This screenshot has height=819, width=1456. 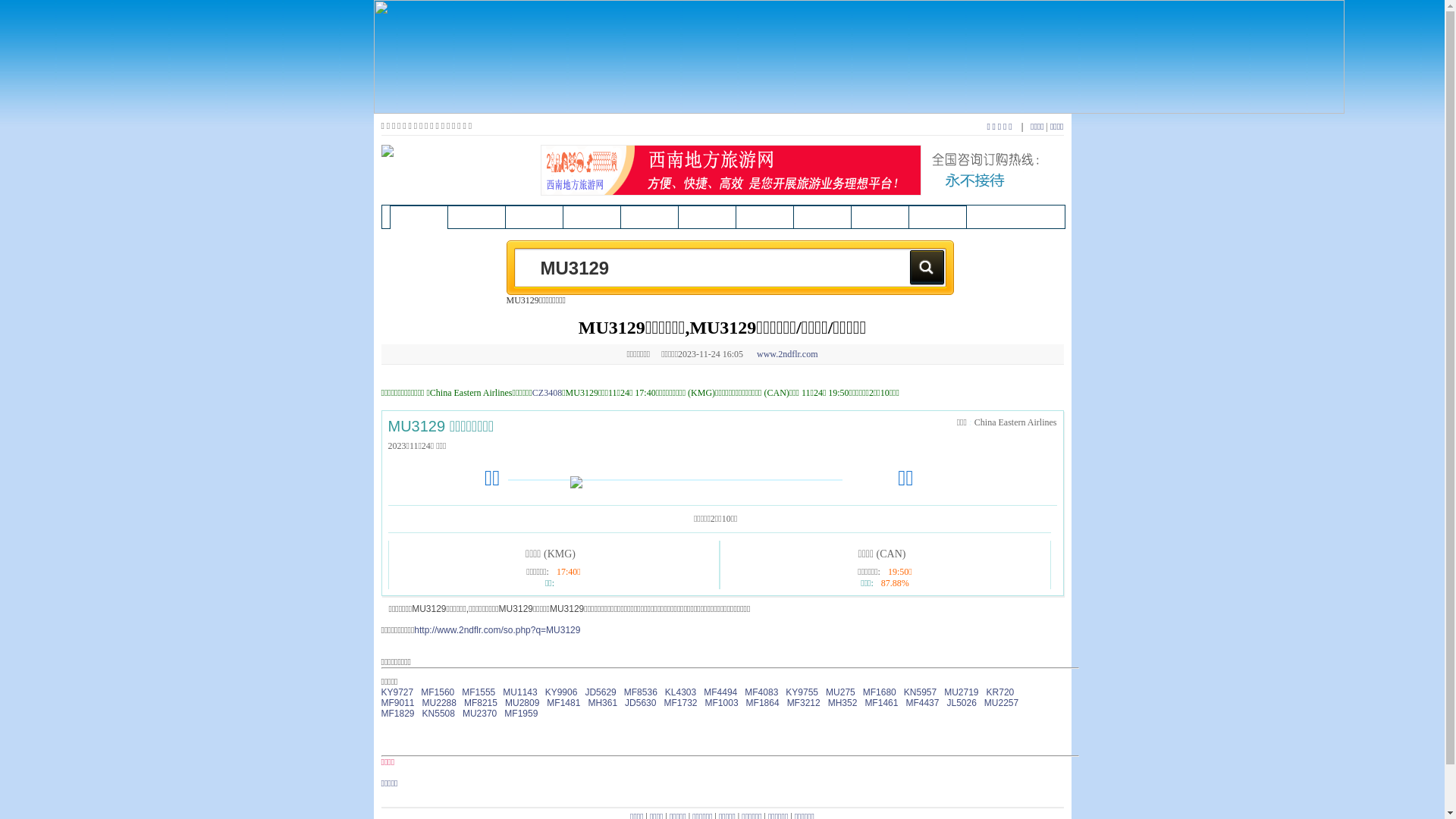 I want to click on 'MF1959', so click(x=520, y=714).